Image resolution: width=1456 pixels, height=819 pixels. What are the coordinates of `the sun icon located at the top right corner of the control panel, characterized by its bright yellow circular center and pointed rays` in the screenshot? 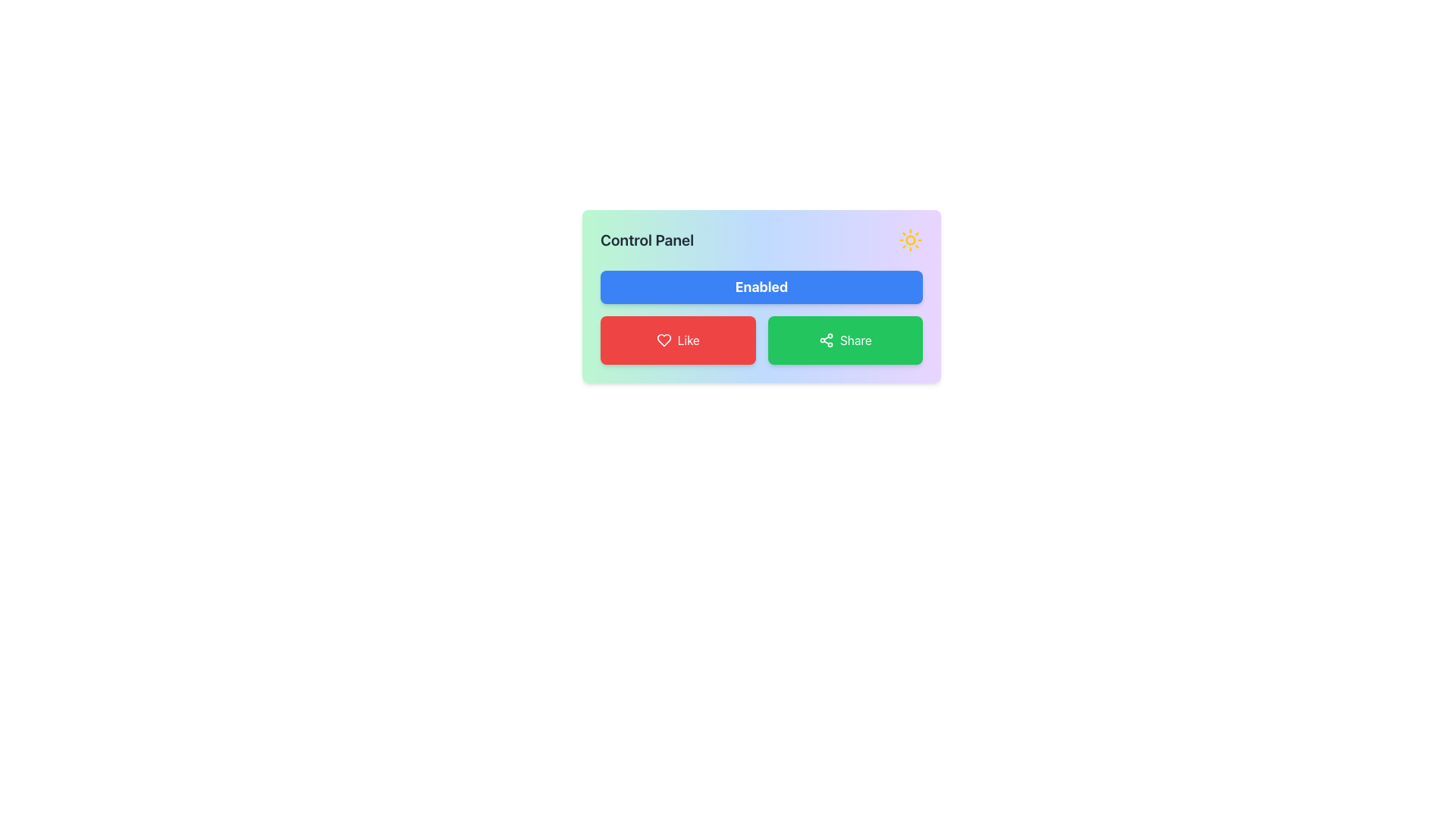 It's located at (910, 239).